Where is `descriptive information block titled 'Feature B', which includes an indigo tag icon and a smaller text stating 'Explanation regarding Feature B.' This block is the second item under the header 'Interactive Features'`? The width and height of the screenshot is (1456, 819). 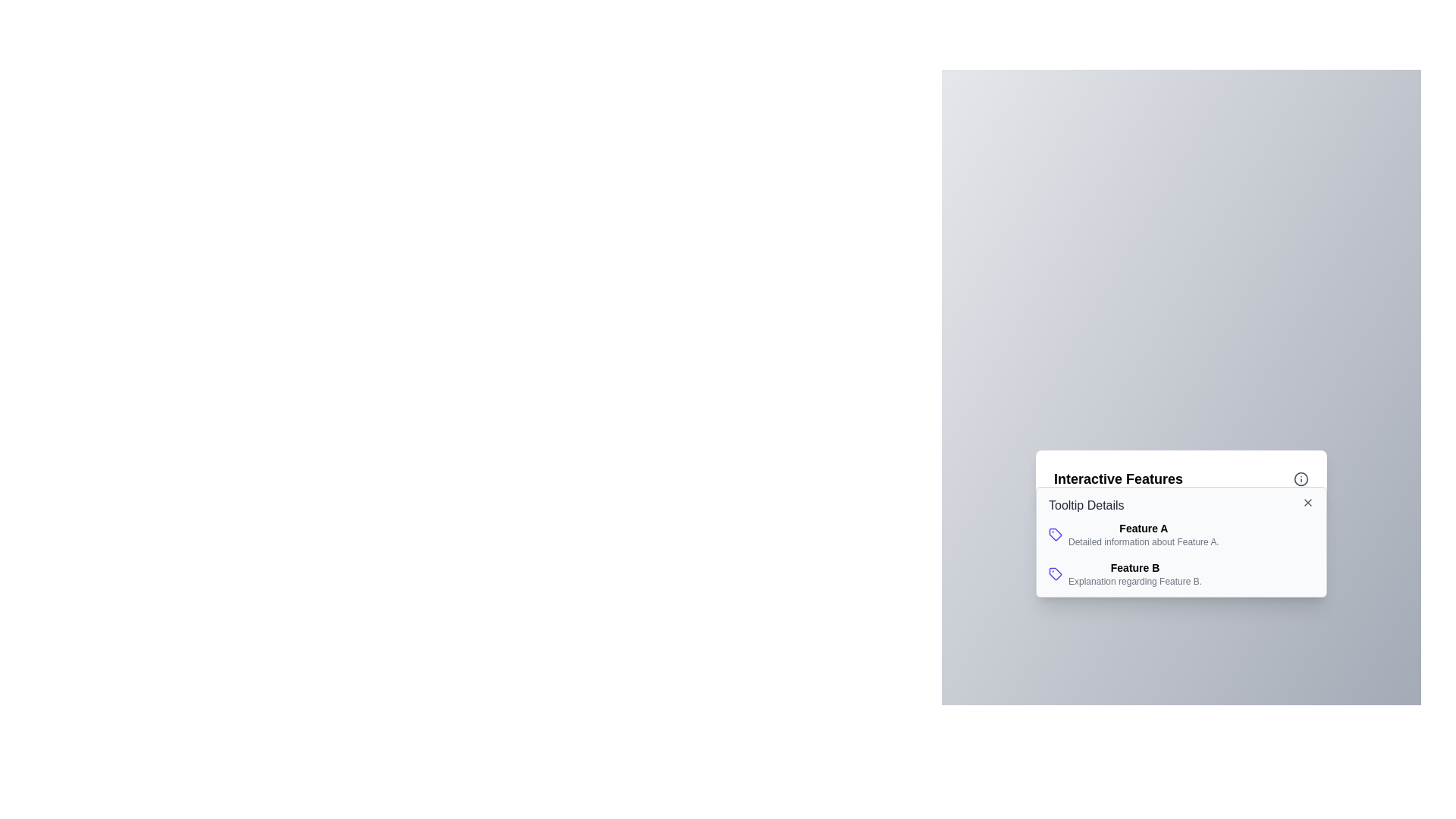 descriptive information block titled 'Feature B', which includes an indigo tag icon and a smaller text stating 'Explanation regarding Feature B.' This block is the second item under the header 'Interactive Features' is located at coordinates (1181, 573).